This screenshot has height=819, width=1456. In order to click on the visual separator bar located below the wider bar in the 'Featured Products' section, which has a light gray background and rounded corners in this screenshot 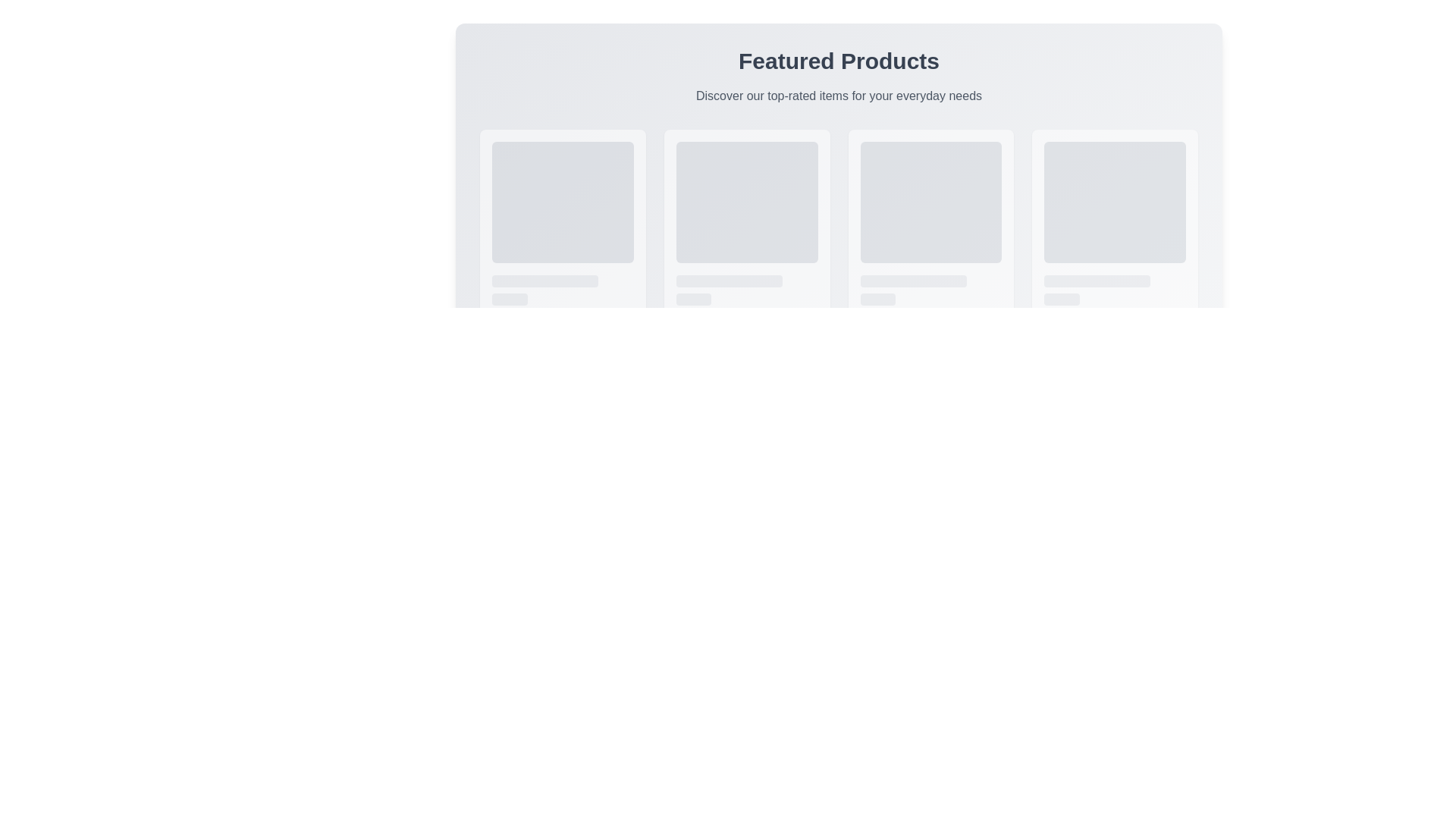, I will do `click(510, 299)`.